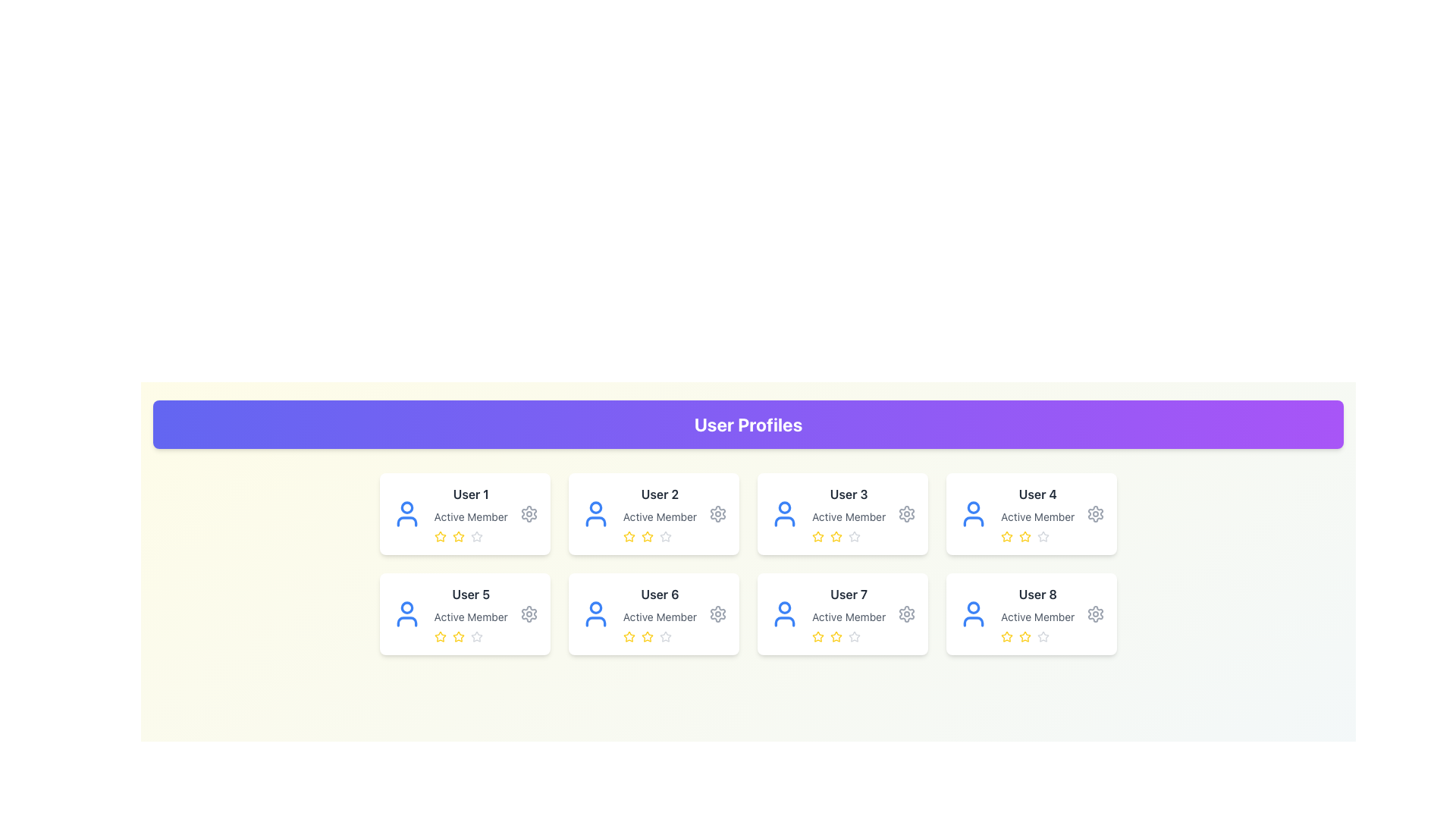  Describe the element at coordinates (907, 513) in the screenshot. I see `the gear-shaped icon in the 'User 3' panel` at that location.